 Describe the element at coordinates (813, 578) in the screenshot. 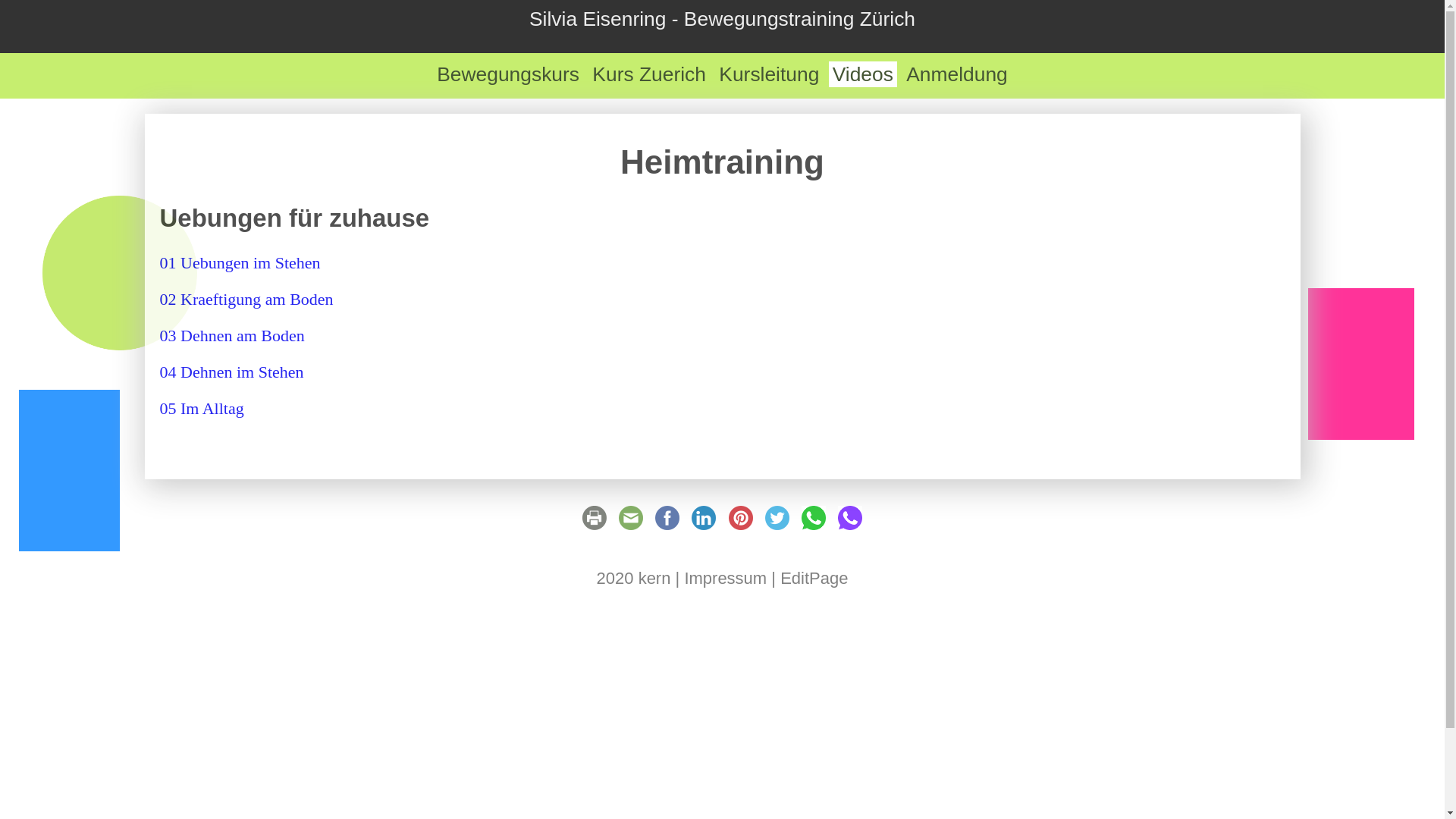

I see `'EditPage'` at that location.